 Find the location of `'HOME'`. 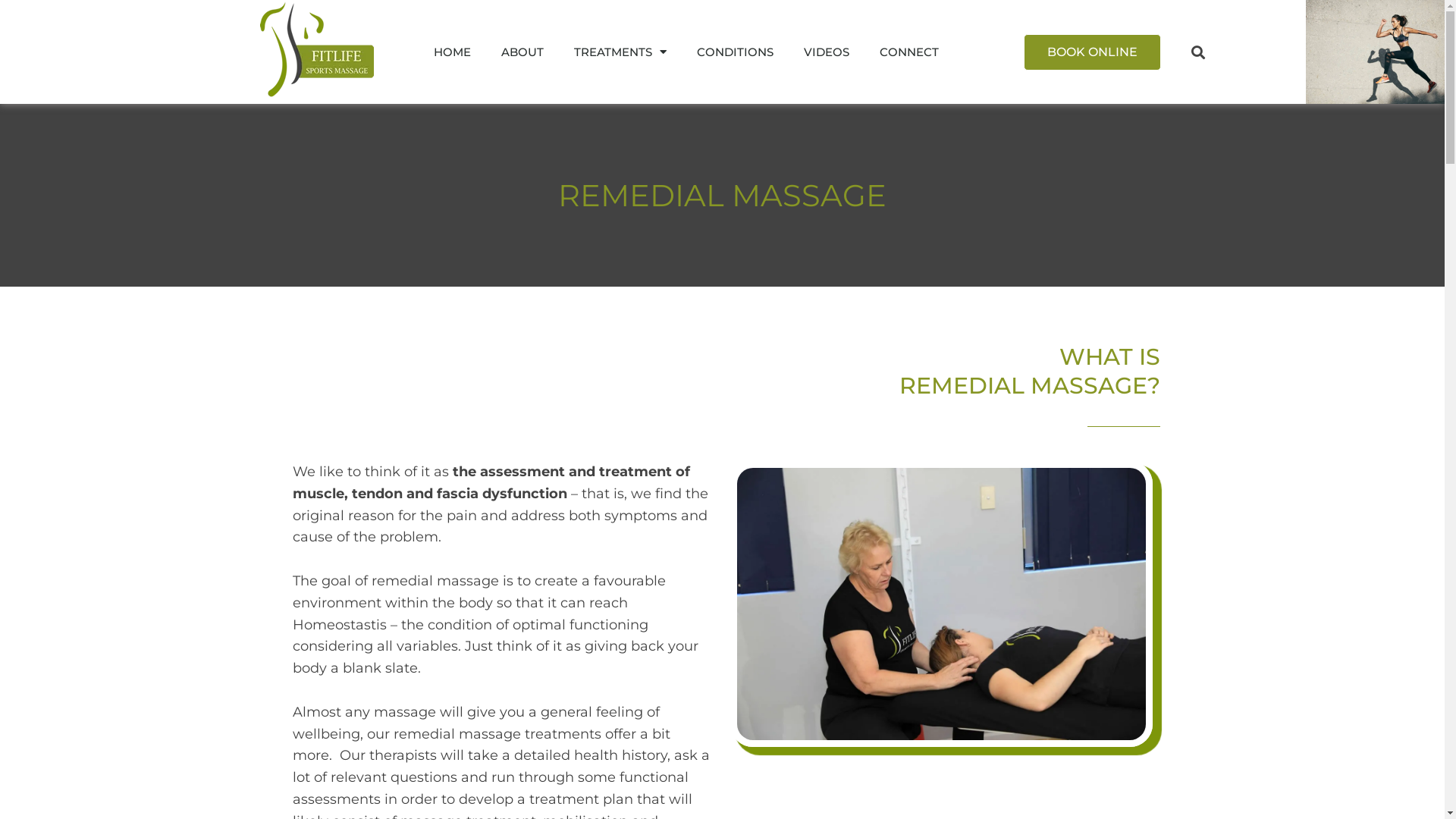

'HOME' is located at coordinates (419, 51).